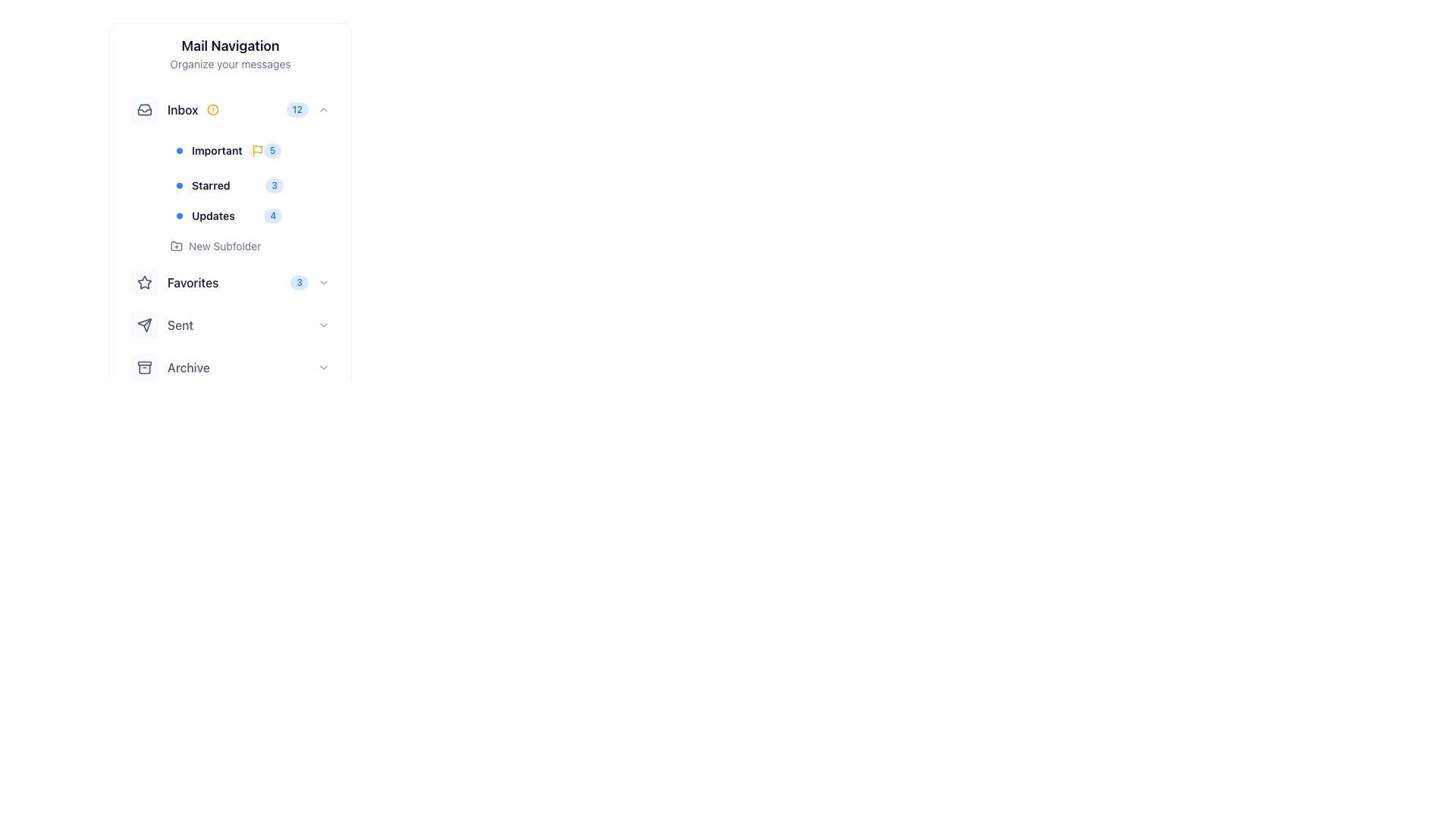  Describe the element at coordinates (177, 245) in the screenshot. I see `the SVG Icon for creating a new subfolder, which is located to the left of the 'New Subfolder' text in the navigation pane` at that location.